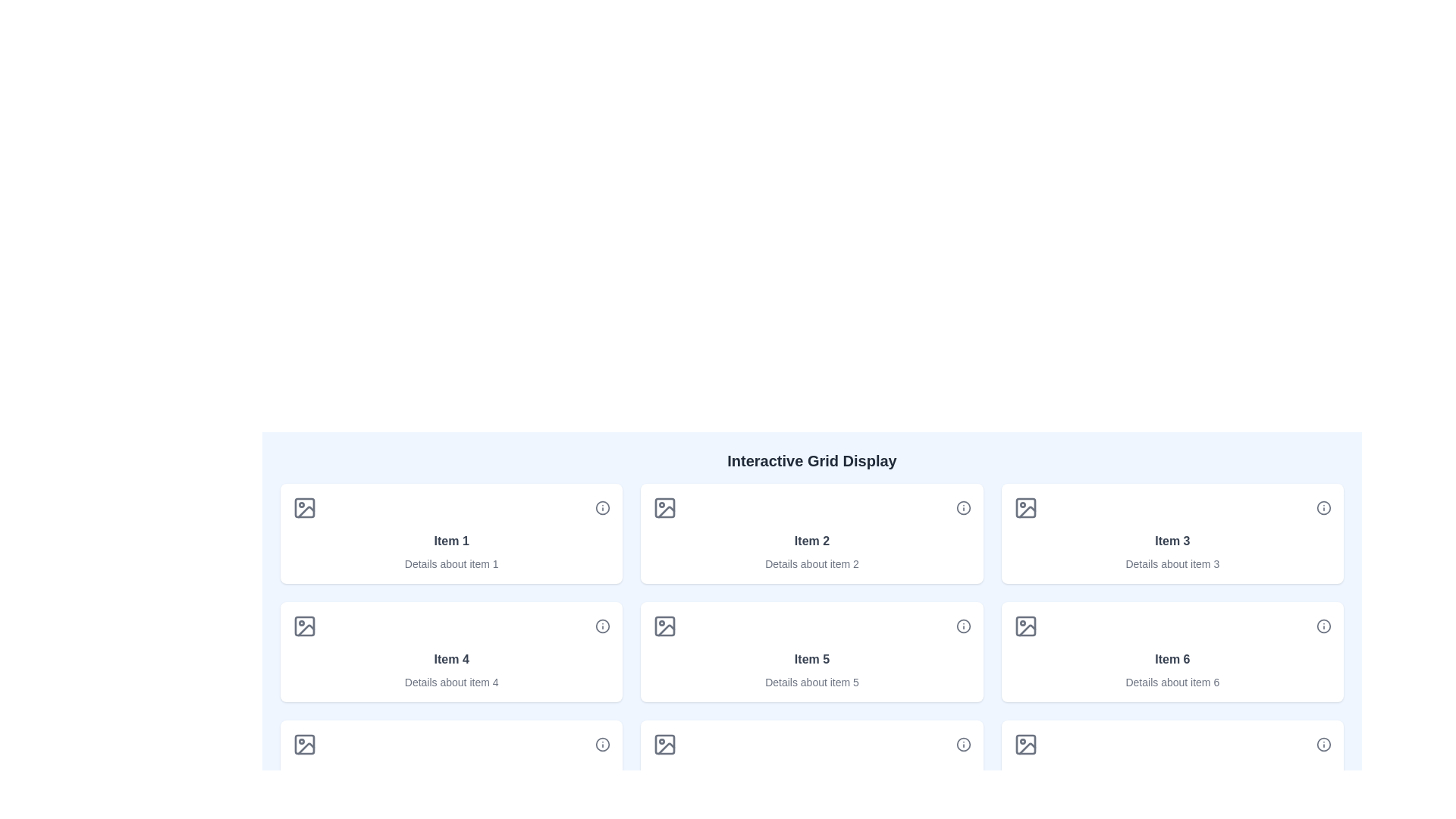 The width and height of the screenshot is (1456, 819). I want to click on the SVG Circle Element located in the sixth cell of the grid layout at the bottom-right corner, which serves as a decorative or symbolic marker, so click(602, 744).